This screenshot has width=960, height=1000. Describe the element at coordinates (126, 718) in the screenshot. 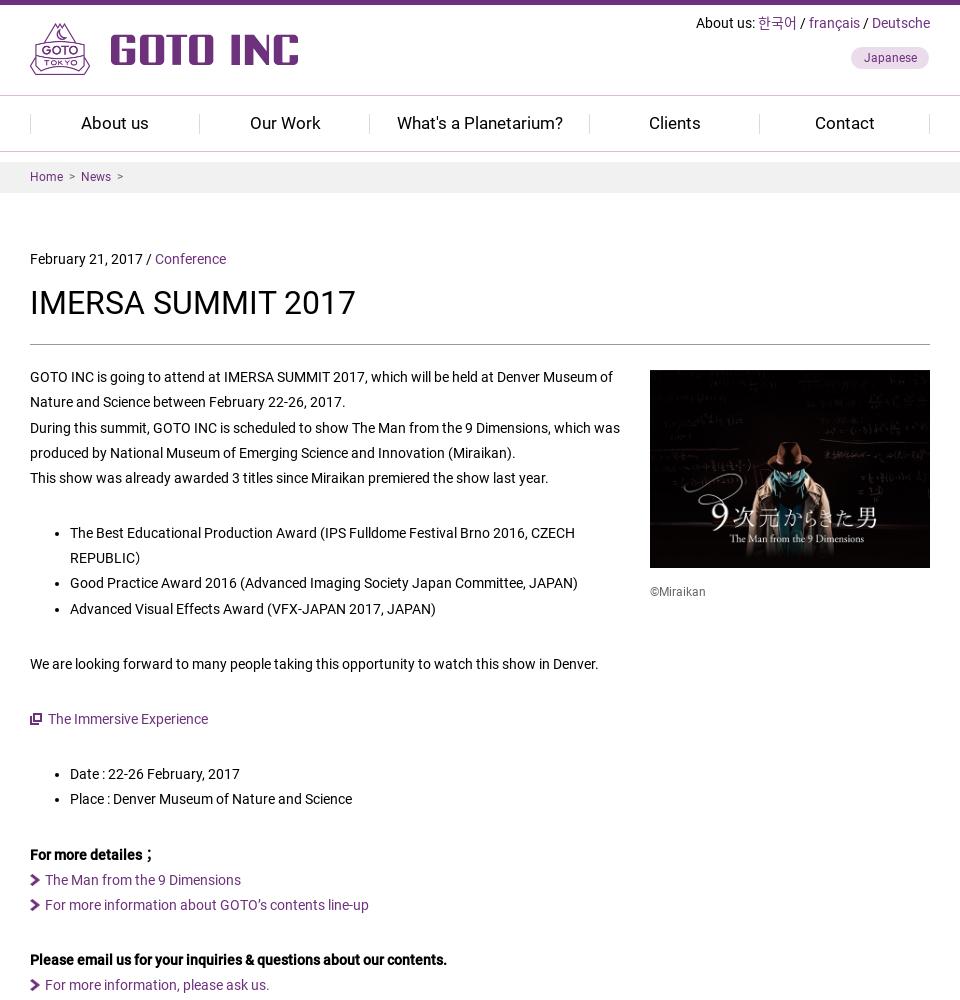

I see `'The Immersive Experience'` at that location.